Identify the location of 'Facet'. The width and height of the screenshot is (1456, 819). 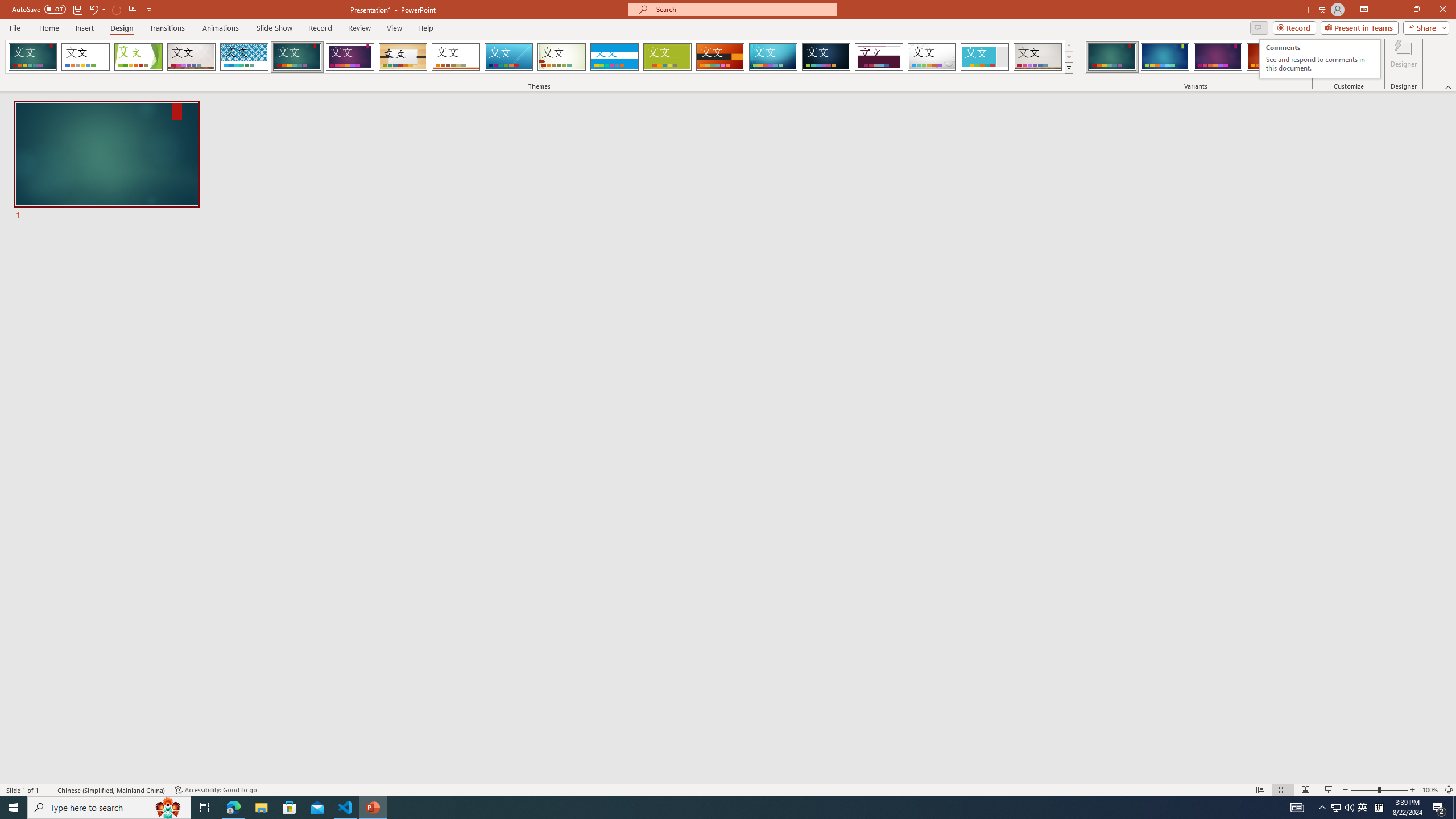
(138, 56).